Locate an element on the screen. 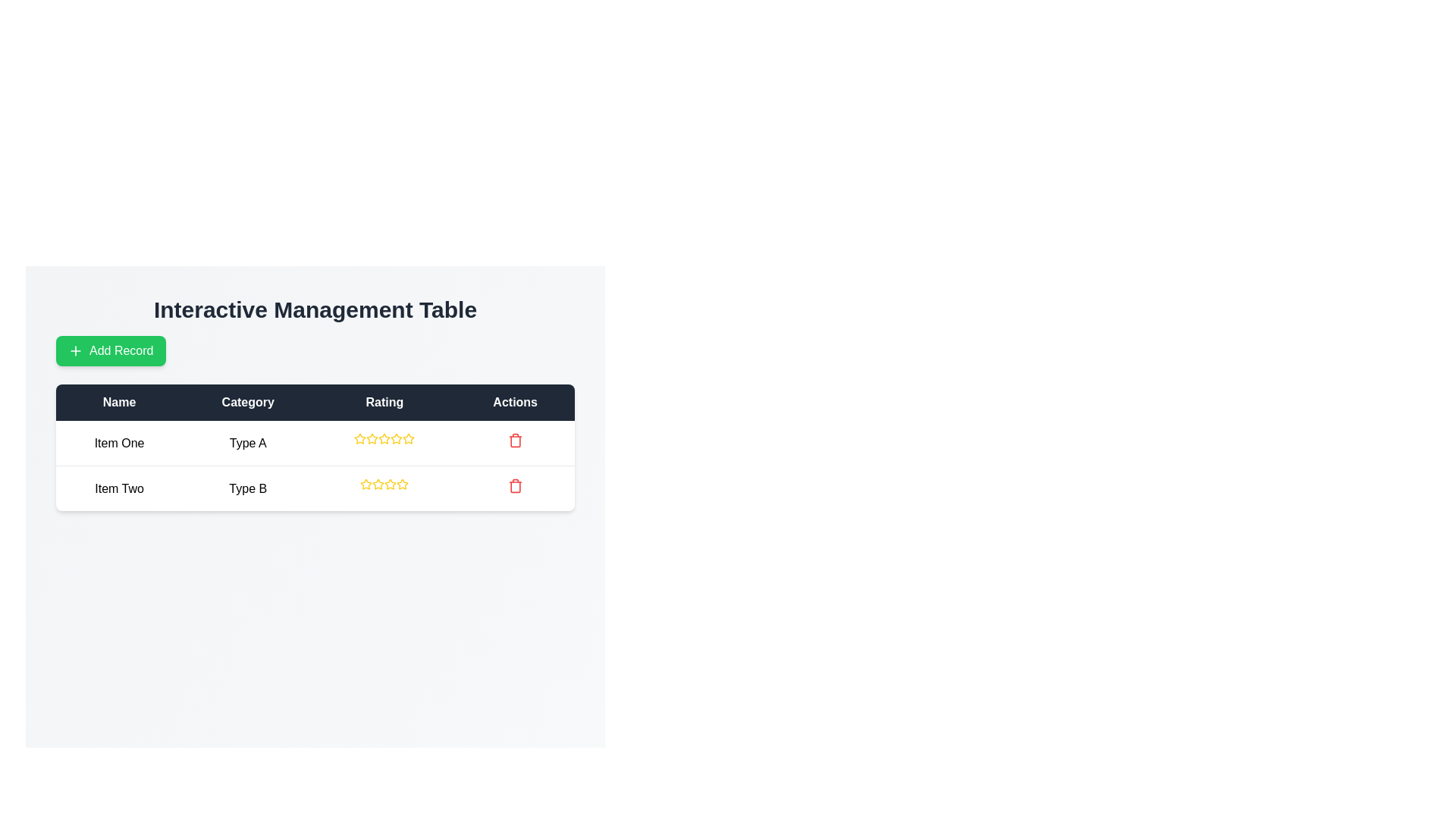  the button located below the header 'Interactive Management Table' is located at coordinates (110, 350).